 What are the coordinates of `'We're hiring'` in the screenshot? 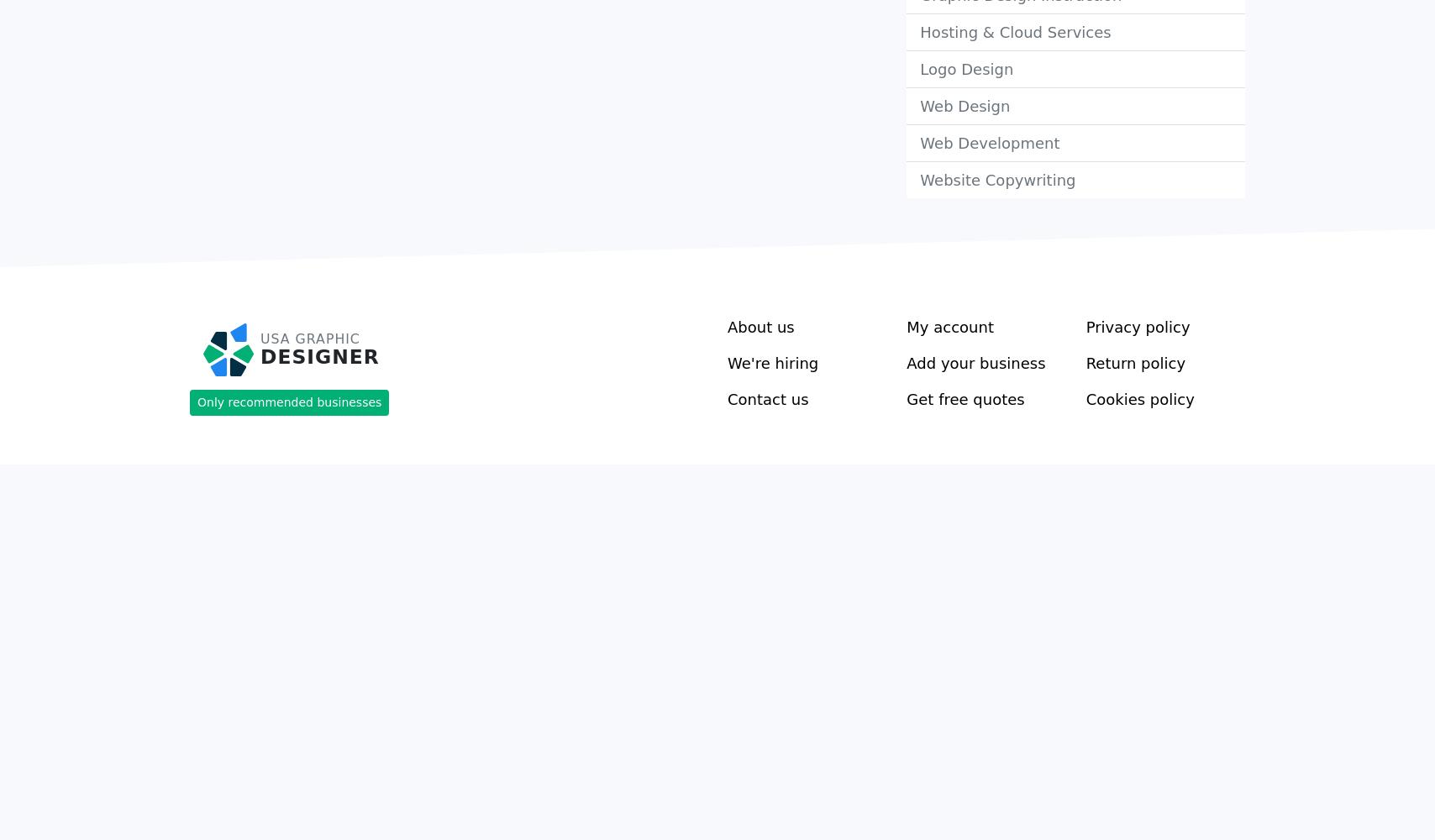 It's located at (772, 362).